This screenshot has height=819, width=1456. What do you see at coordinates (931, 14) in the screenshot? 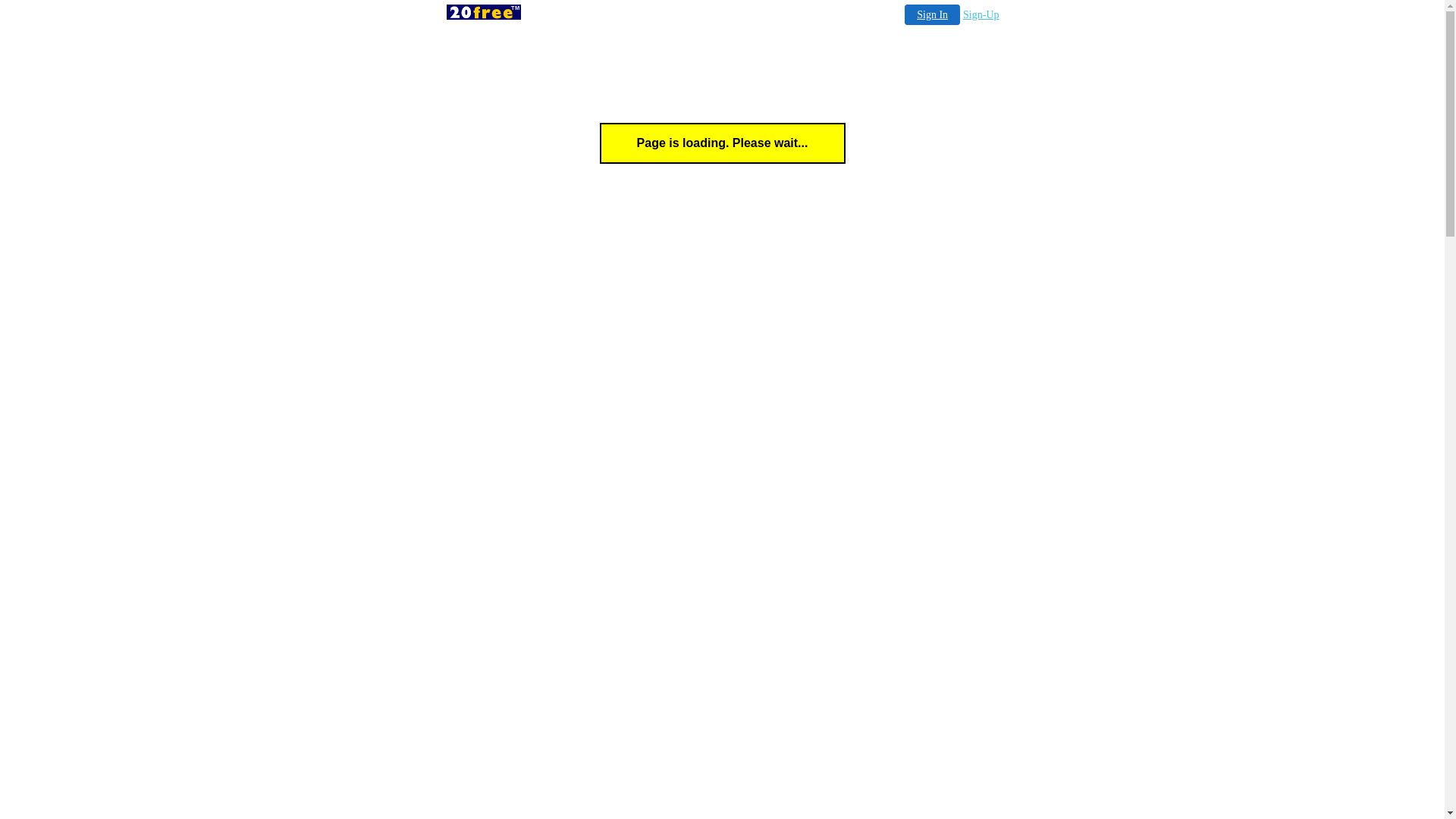
I see `'Sign In'` at bounding box center [931, 14].